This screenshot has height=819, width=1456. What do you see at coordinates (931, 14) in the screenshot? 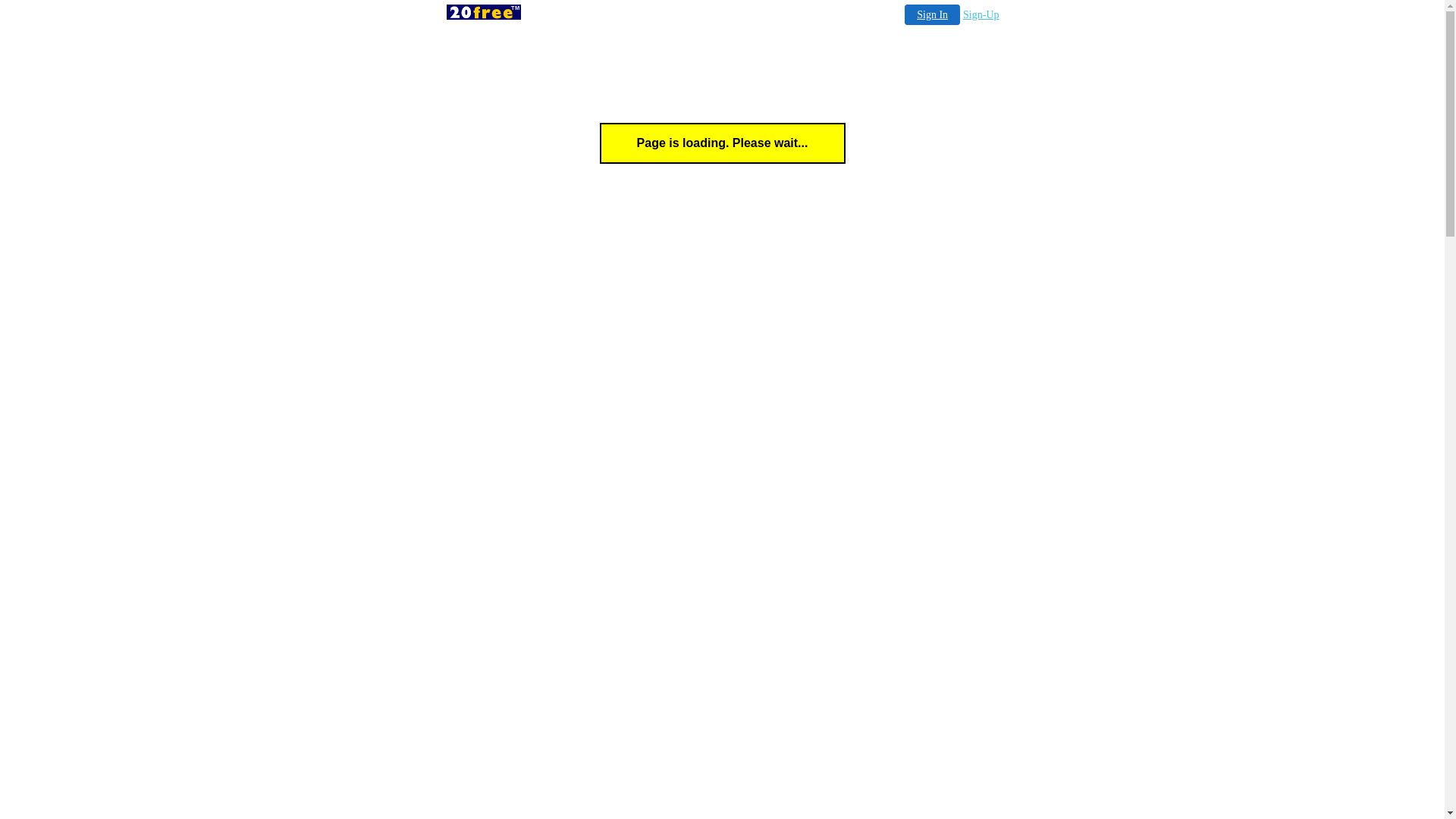
I see `'Sign In'` at bounding box center [931, 14].